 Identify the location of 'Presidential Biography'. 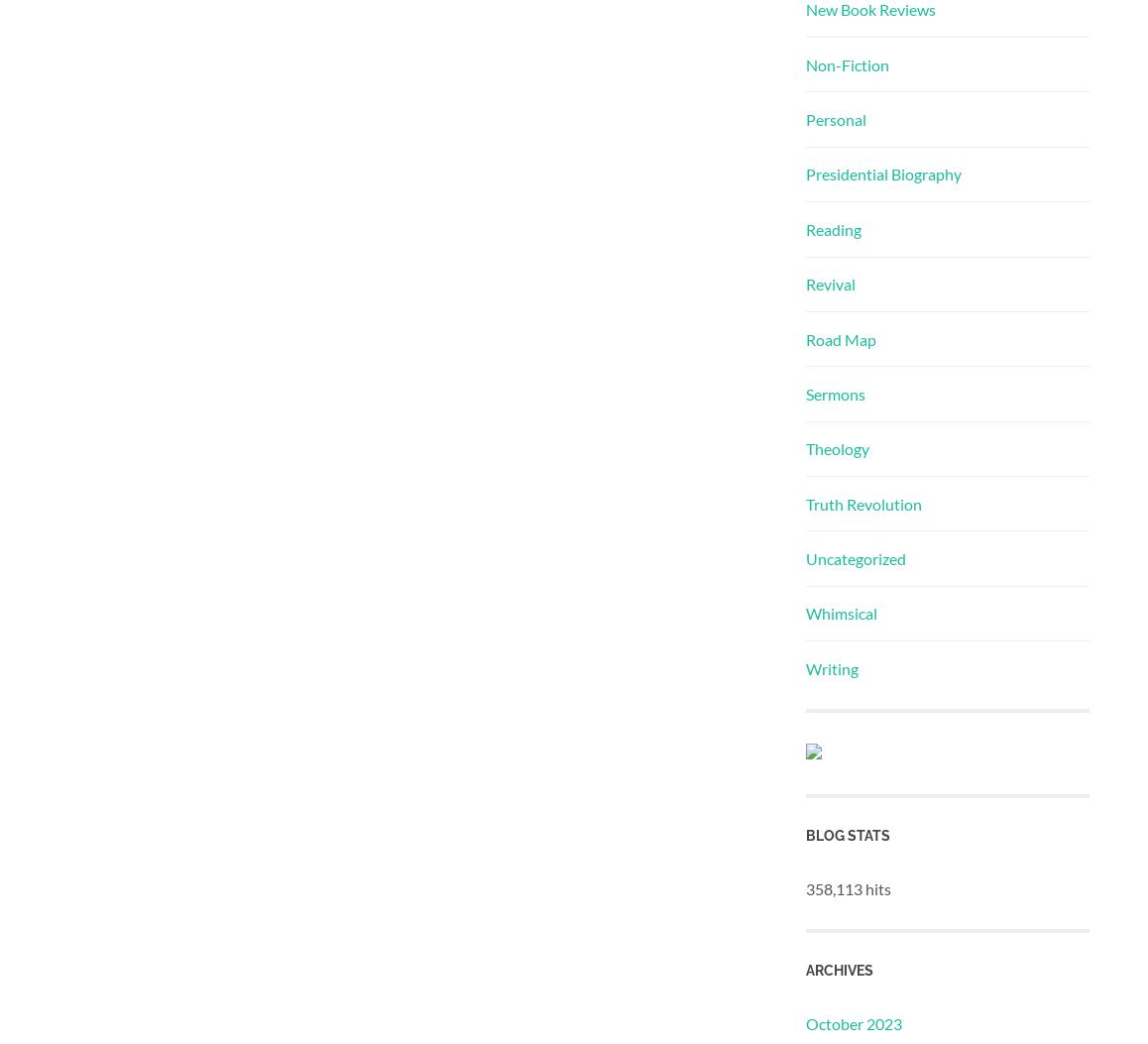
(883, 173).